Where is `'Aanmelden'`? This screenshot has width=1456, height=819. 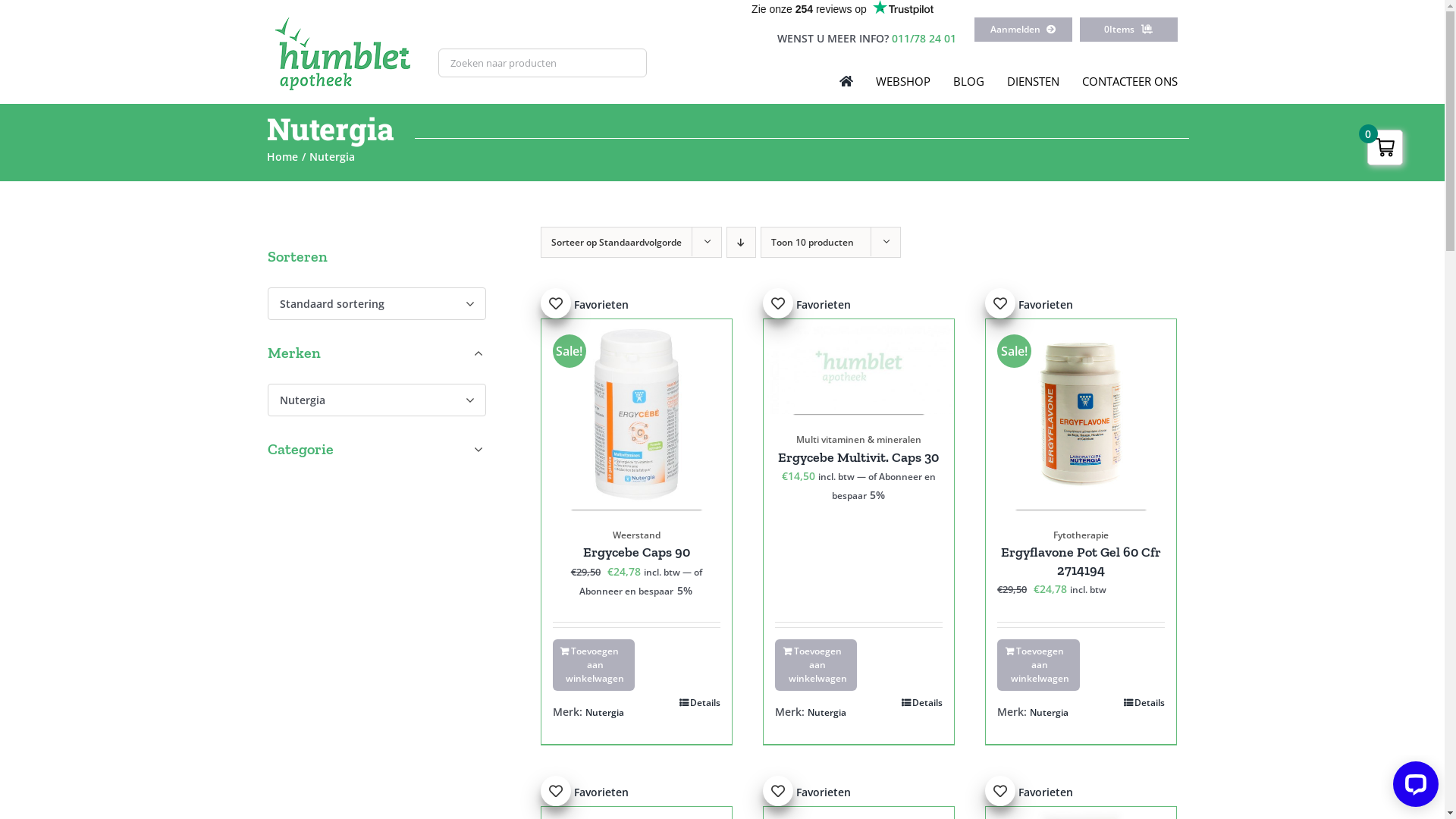 'Aanmelden' is located at coordinates (1023, 29).